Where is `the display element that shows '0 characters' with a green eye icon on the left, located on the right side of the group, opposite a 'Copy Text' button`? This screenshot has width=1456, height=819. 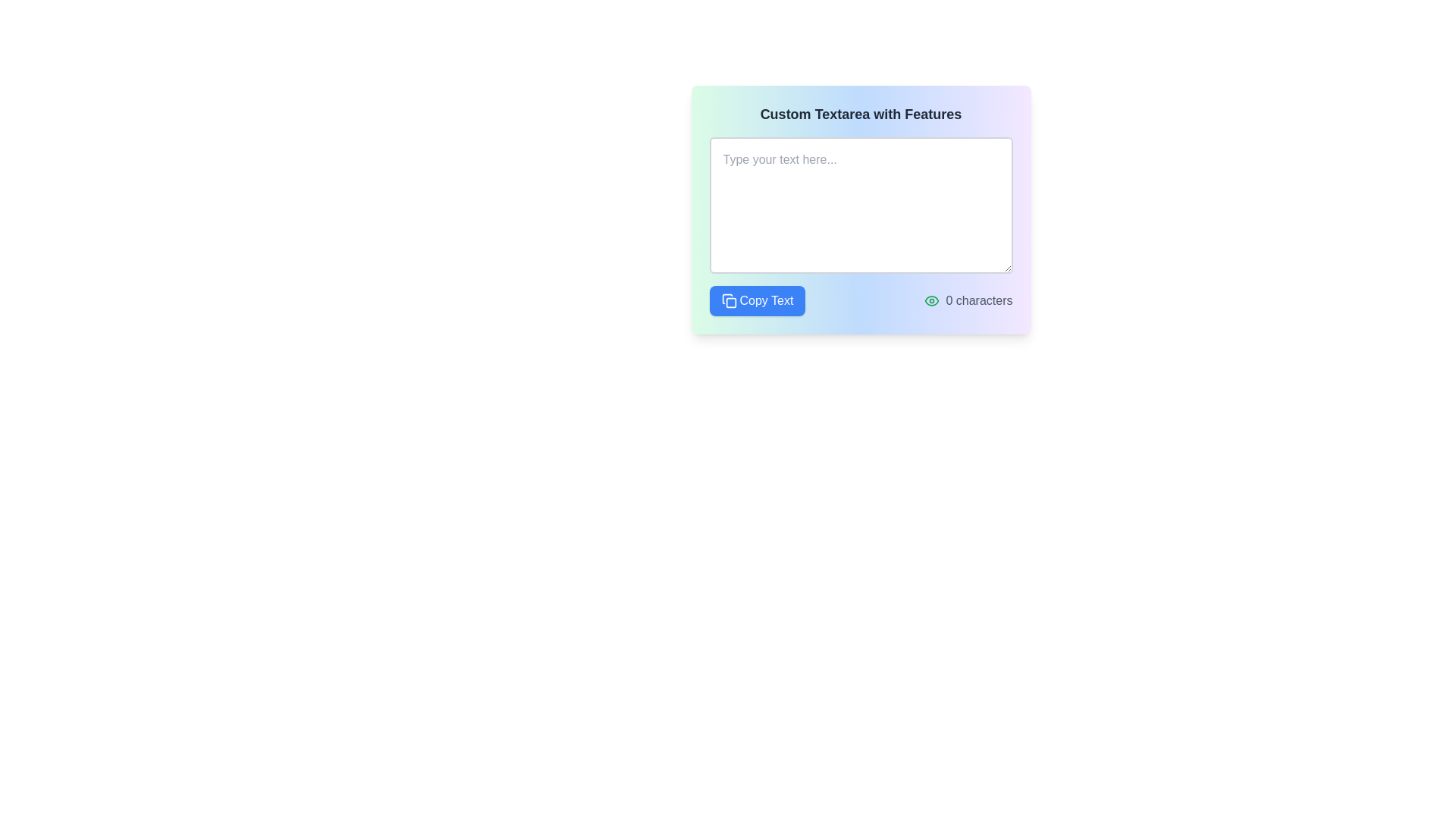
the display element that shows '0 characters' with a green eye icon on the left, located on the right side of the group, opposite a 'Copy Text' button is located at coordinates (968, 301).